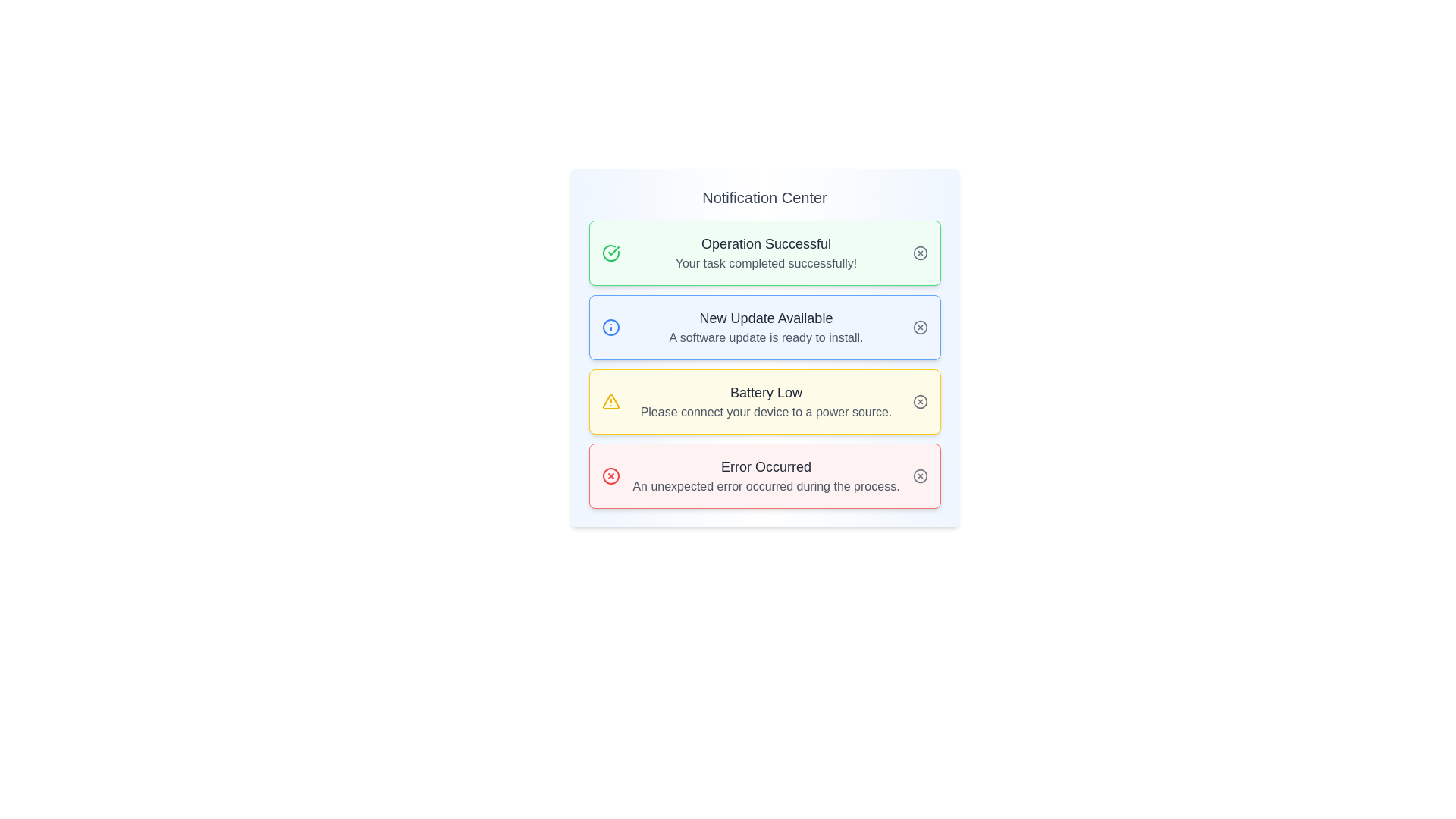 This screenshot has height=819, width=1456. What do you see at coordinates (919, 400) in the screenshot?
I see `the dismiss button located in the top-right corner of the 'Battery Low' notification box` at bounding box center [919, 400].